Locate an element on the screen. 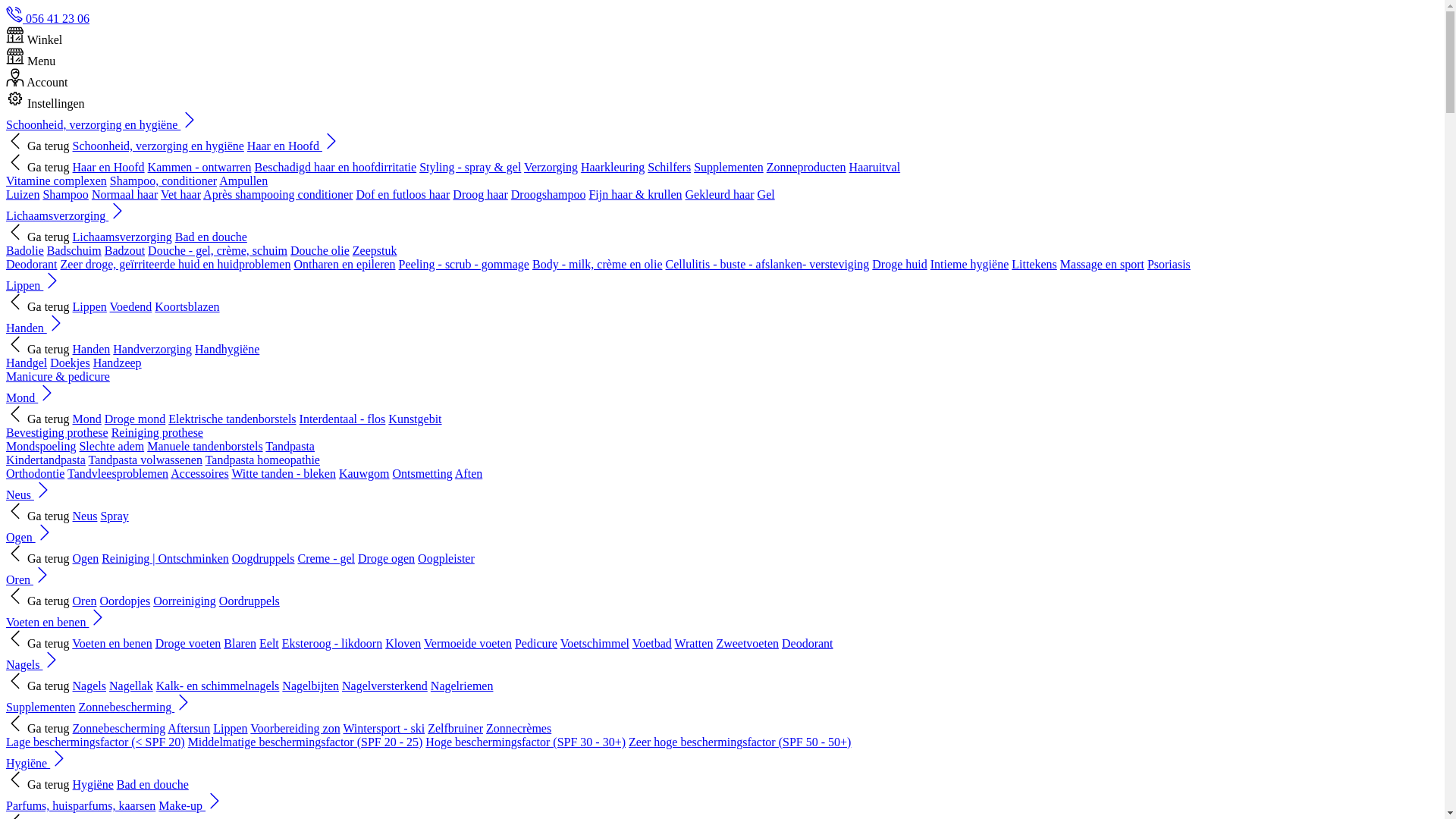  'Ontsmetting' is located at coordinates (422, 472).